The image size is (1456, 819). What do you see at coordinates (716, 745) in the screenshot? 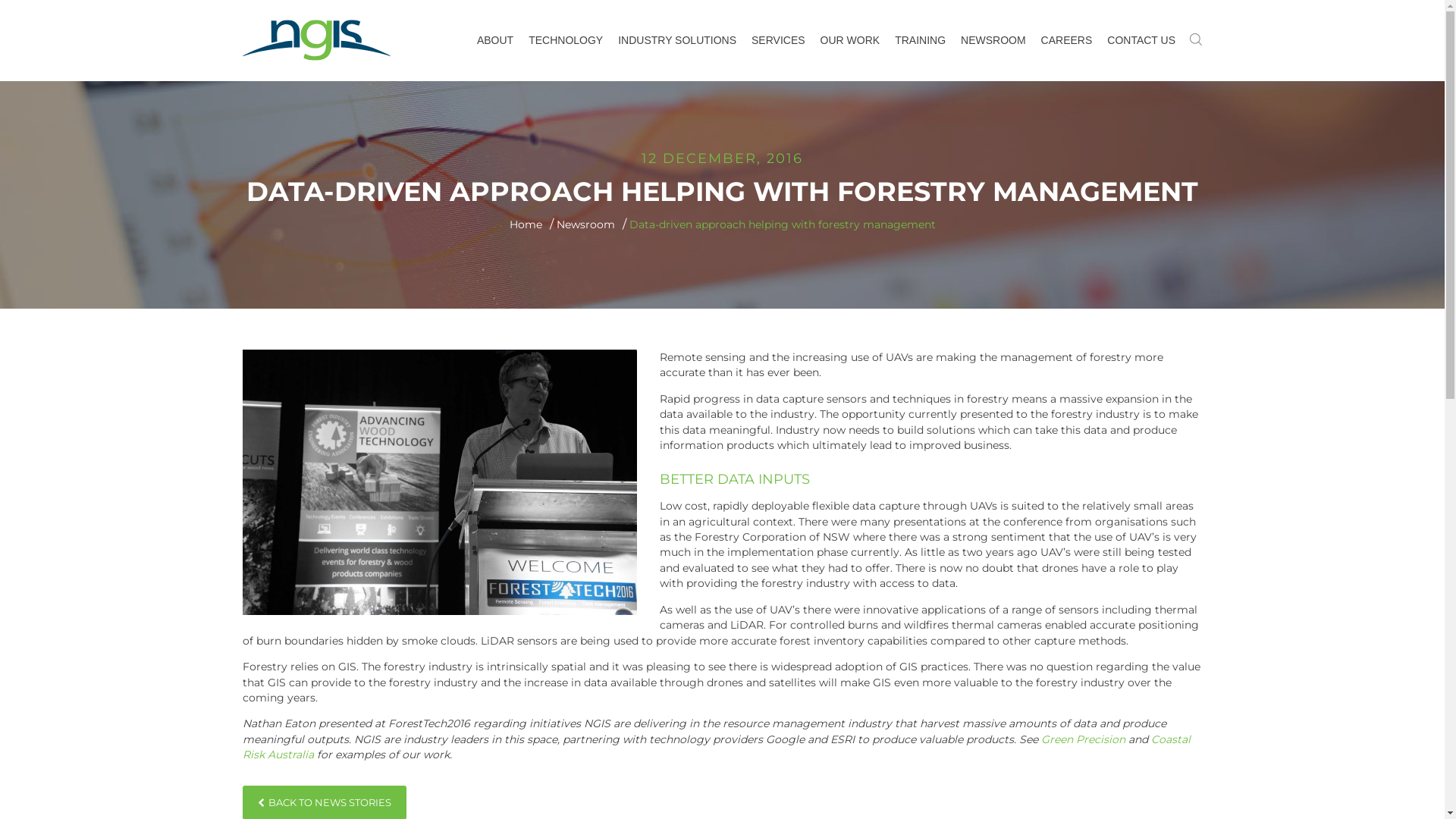
I see `'Coastal Risk Australia'` at bounding box center [716, 745].